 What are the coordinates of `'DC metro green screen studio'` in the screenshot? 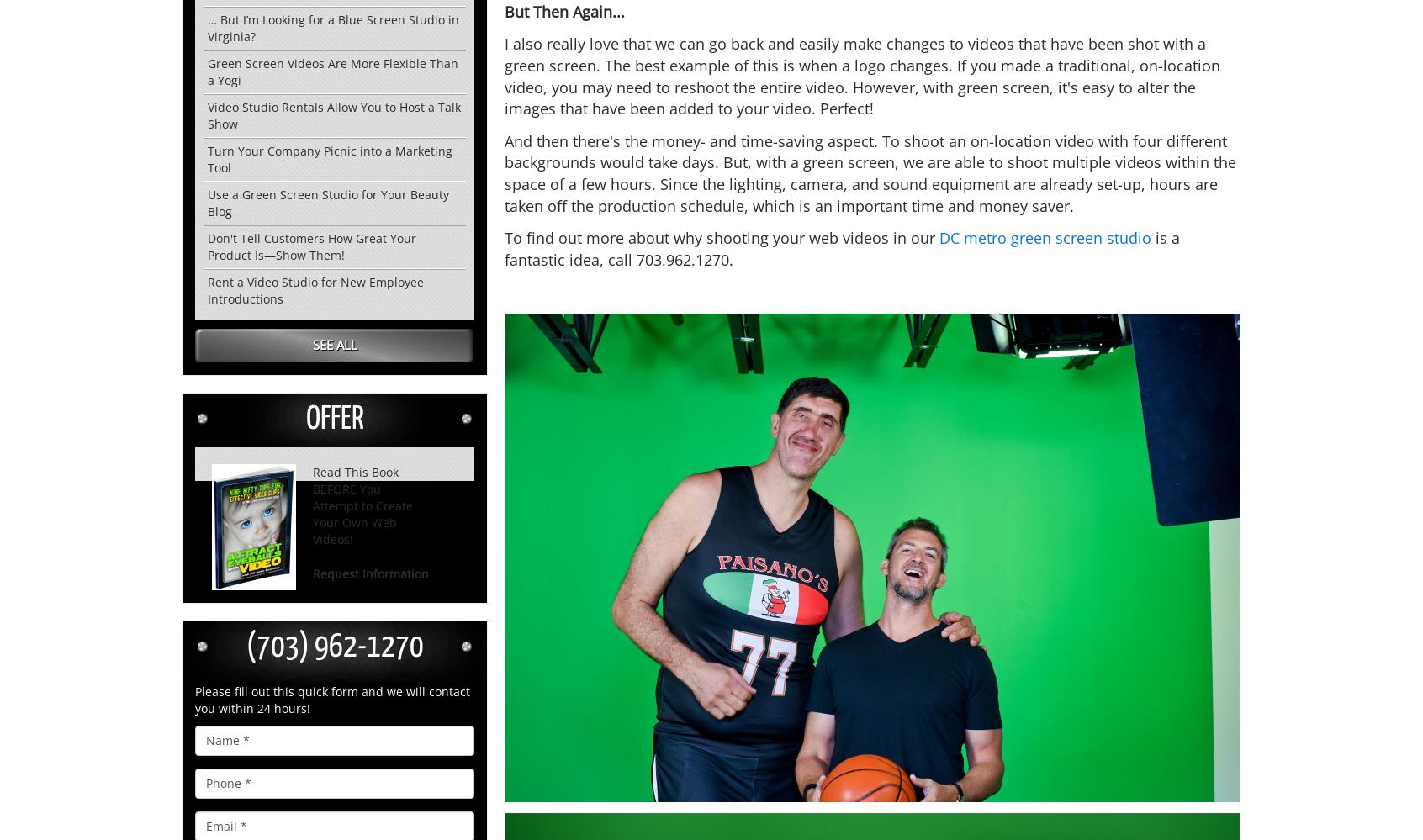 It's located at (1045, 237).